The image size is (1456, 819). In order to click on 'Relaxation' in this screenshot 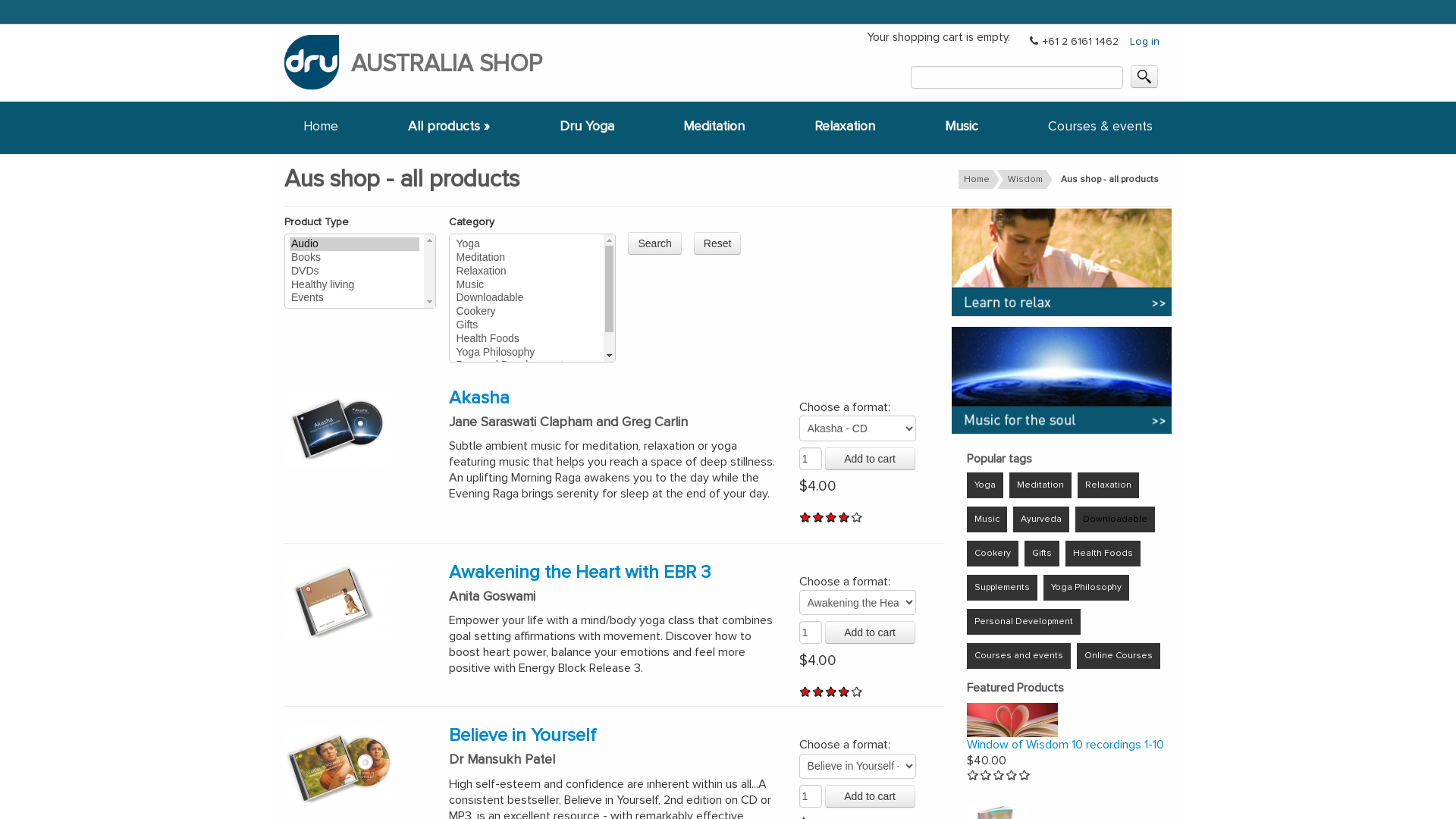, I will do `click(843, 124)`.